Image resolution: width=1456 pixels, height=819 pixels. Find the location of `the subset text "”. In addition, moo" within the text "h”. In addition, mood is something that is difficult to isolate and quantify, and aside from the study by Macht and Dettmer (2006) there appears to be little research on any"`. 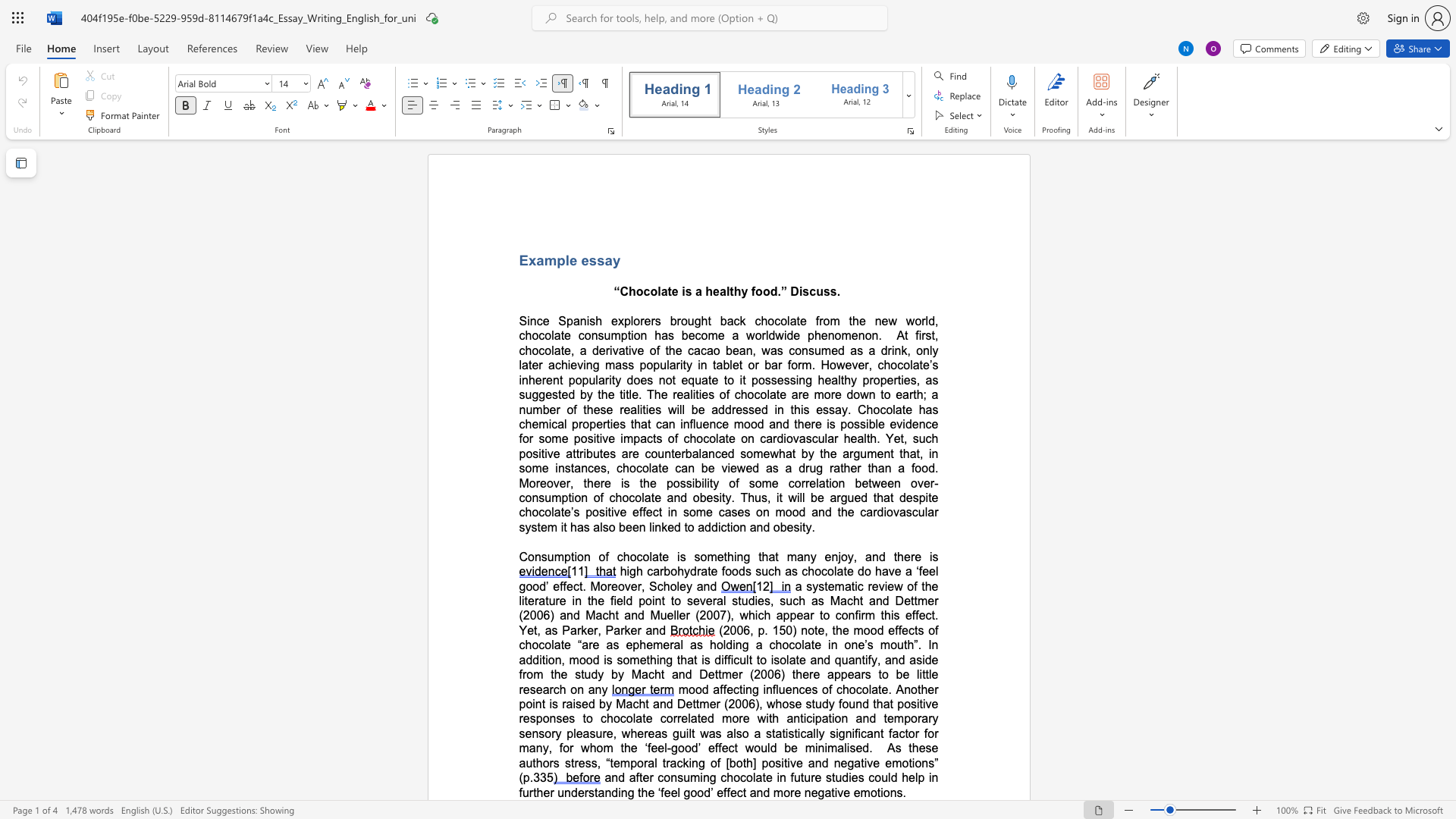

the subset text "”. In addition, moo" within the text "h”. In addition, mood is something that is difficult to isolate and quantify, and aside from the study by Macht and Dettmer (2006) there appears to be little research on any" is located at coordinates (913, 645).